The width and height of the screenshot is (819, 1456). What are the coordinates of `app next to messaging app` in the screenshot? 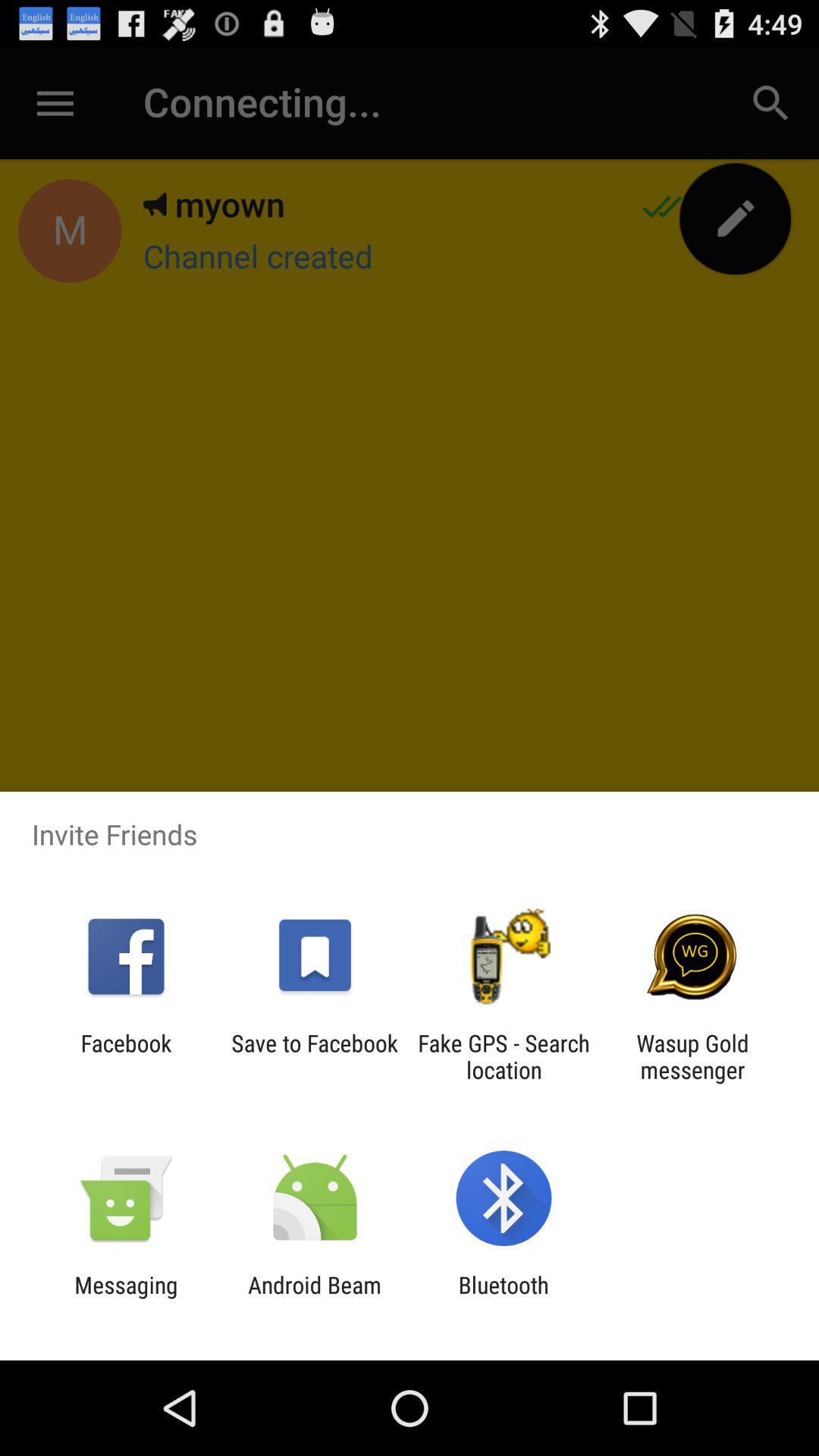 It's located at (314, 1298).